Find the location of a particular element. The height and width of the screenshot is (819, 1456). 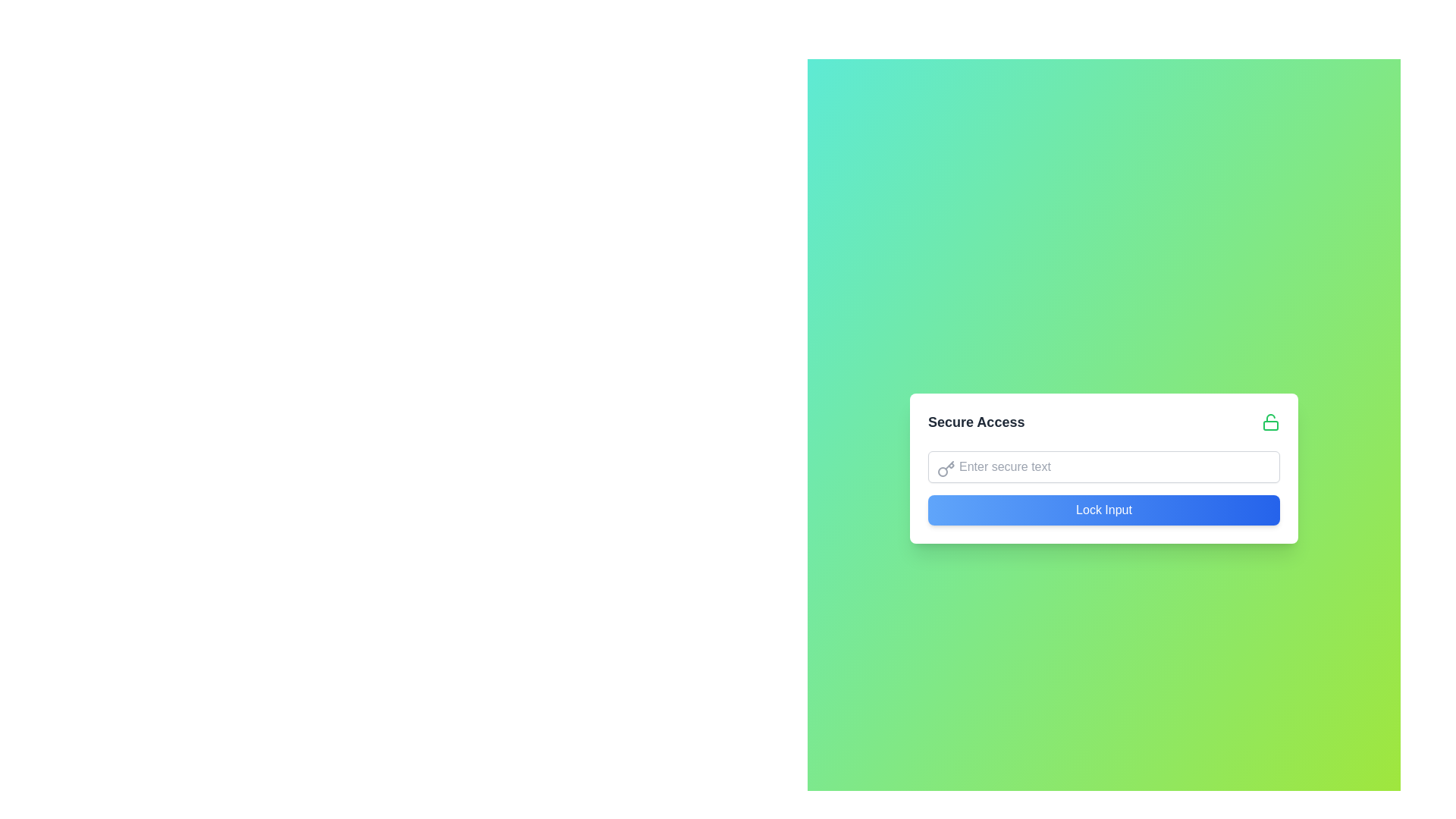

the left-most circular shape within the 'key' SVG icon located in the top-left corner of the input field labeled 'Enter secure text.' is located at coordinates (942, 471).